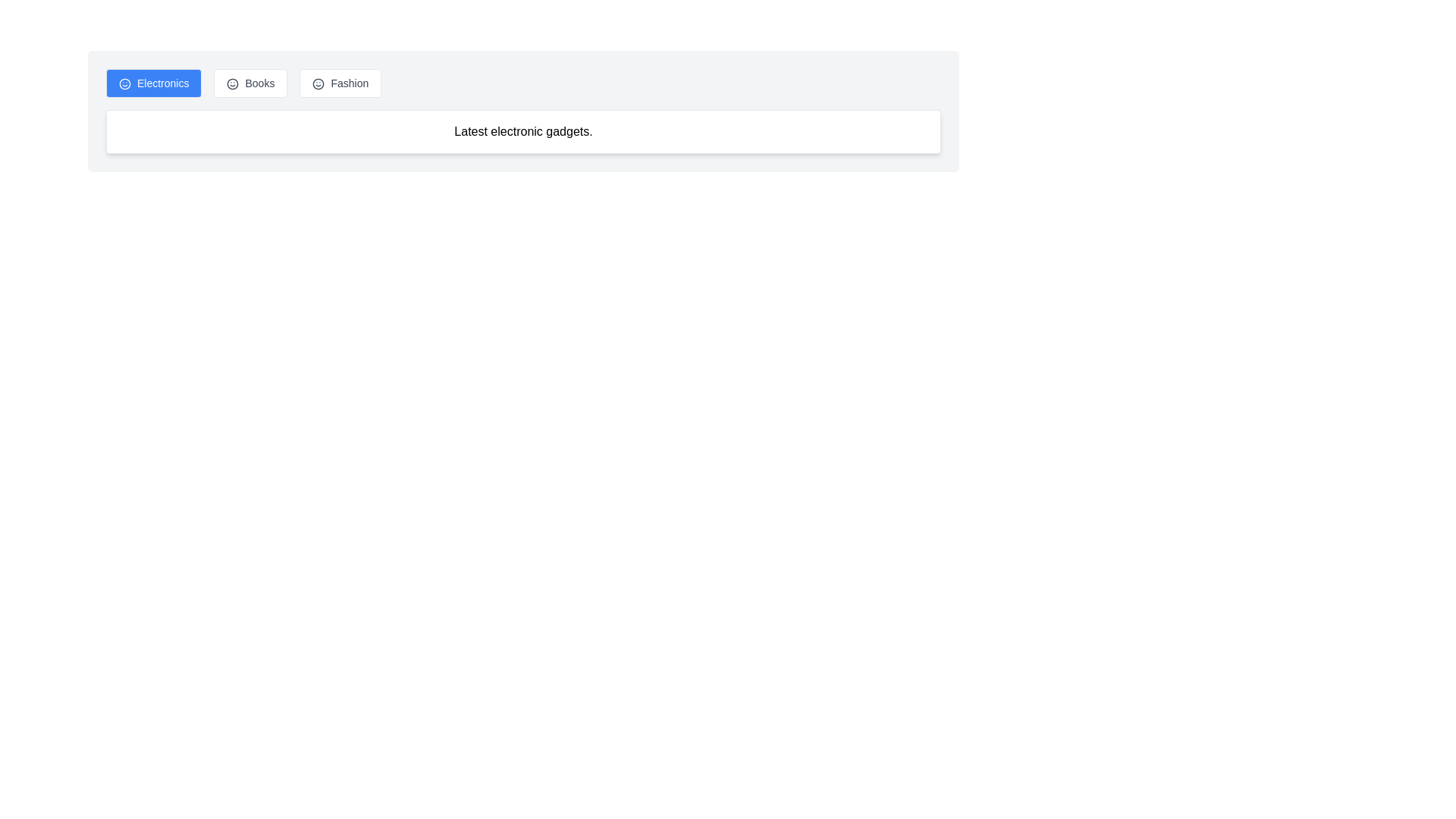  I want to click on the decorative icon within the 'Books' button, which is located between the 'Electronics' and 'Fashion' buttons, so click(232, 84).